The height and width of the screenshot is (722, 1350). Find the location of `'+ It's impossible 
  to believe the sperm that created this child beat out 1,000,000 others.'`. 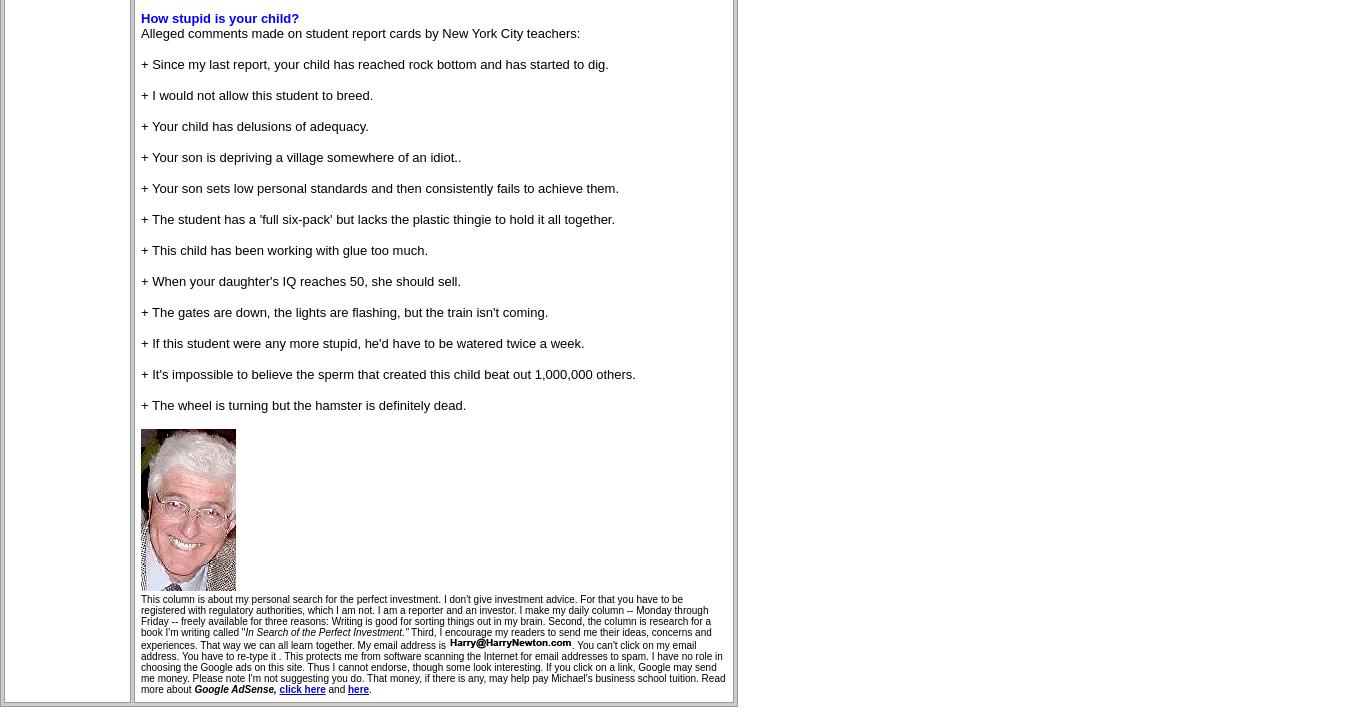

'+ It's impossible 
  to believe the sperm that created this child beat out 1,000,000 others.' is located at coordinates (387, 374).